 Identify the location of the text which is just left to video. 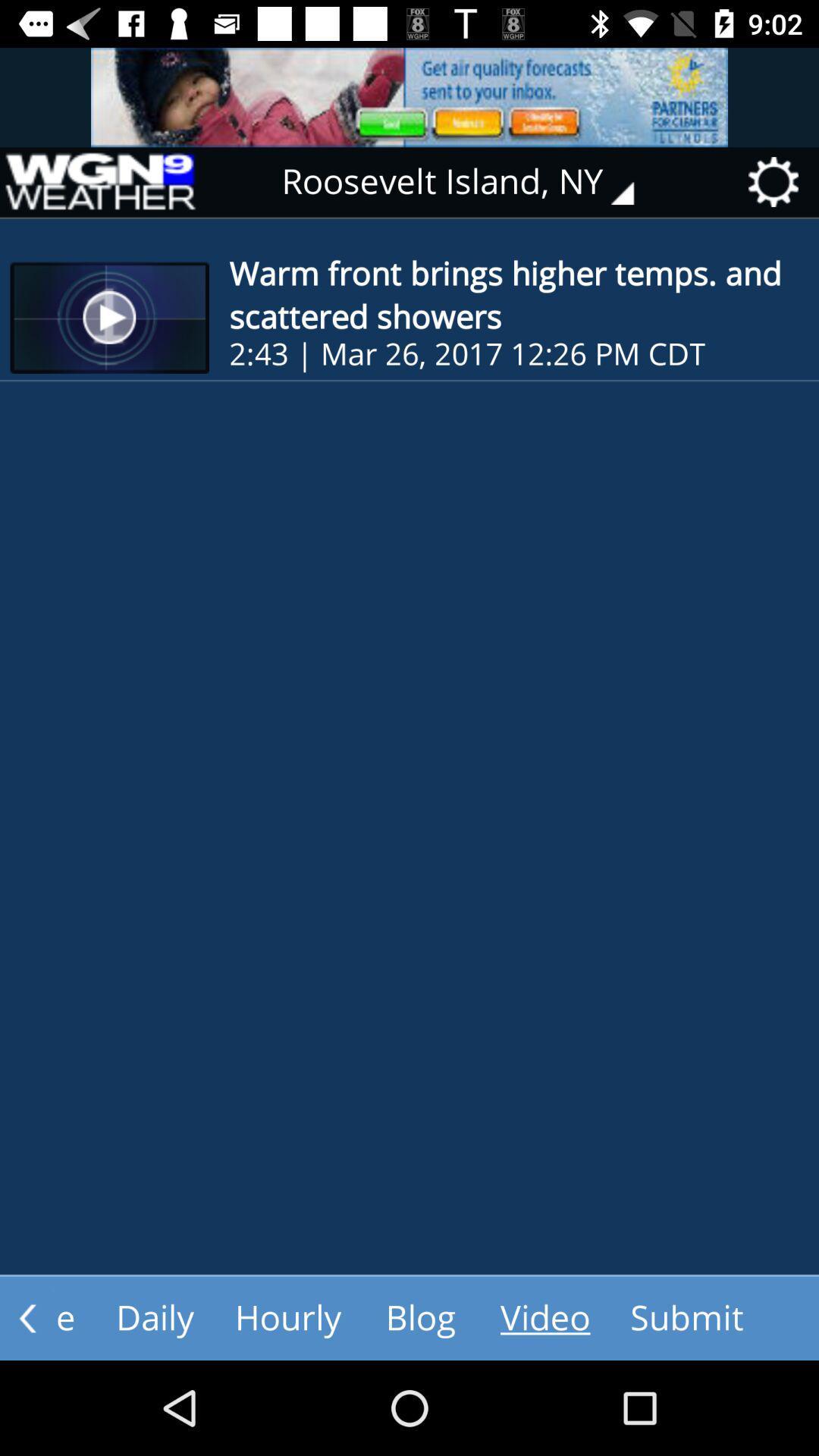
(421, 1317).